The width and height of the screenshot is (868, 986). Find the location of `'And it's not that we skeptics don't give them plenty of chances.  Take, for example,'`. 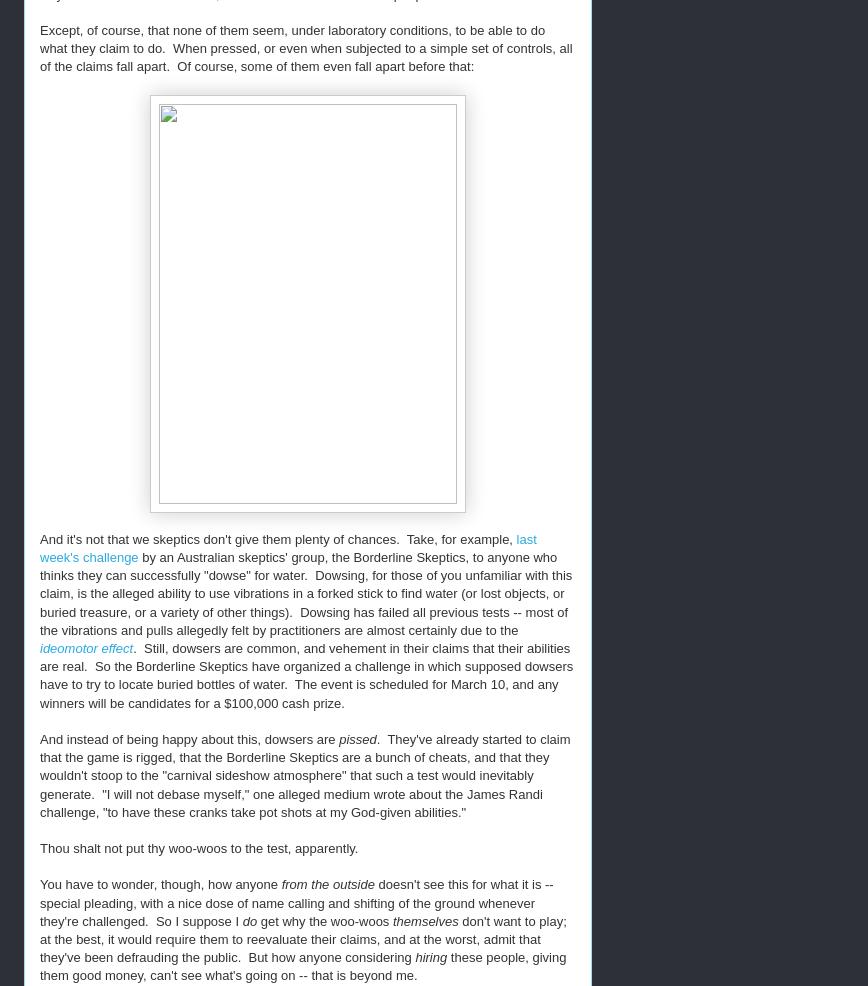

'And it's not that we skeptics don't give them plenty of chances.  Take, for example,' is located at coordinates (278, 537).